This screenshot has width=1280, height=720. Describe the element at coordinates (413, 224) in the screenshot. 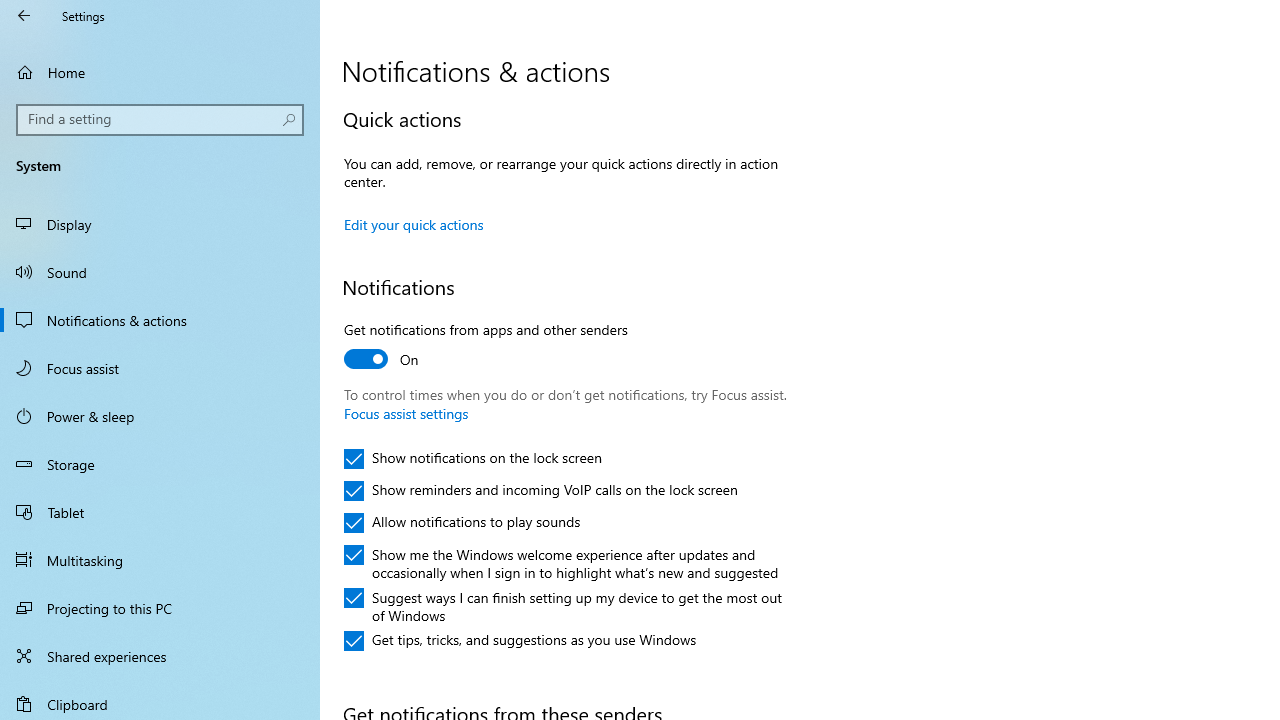

I see `'Edit your quick actions'` at that location.